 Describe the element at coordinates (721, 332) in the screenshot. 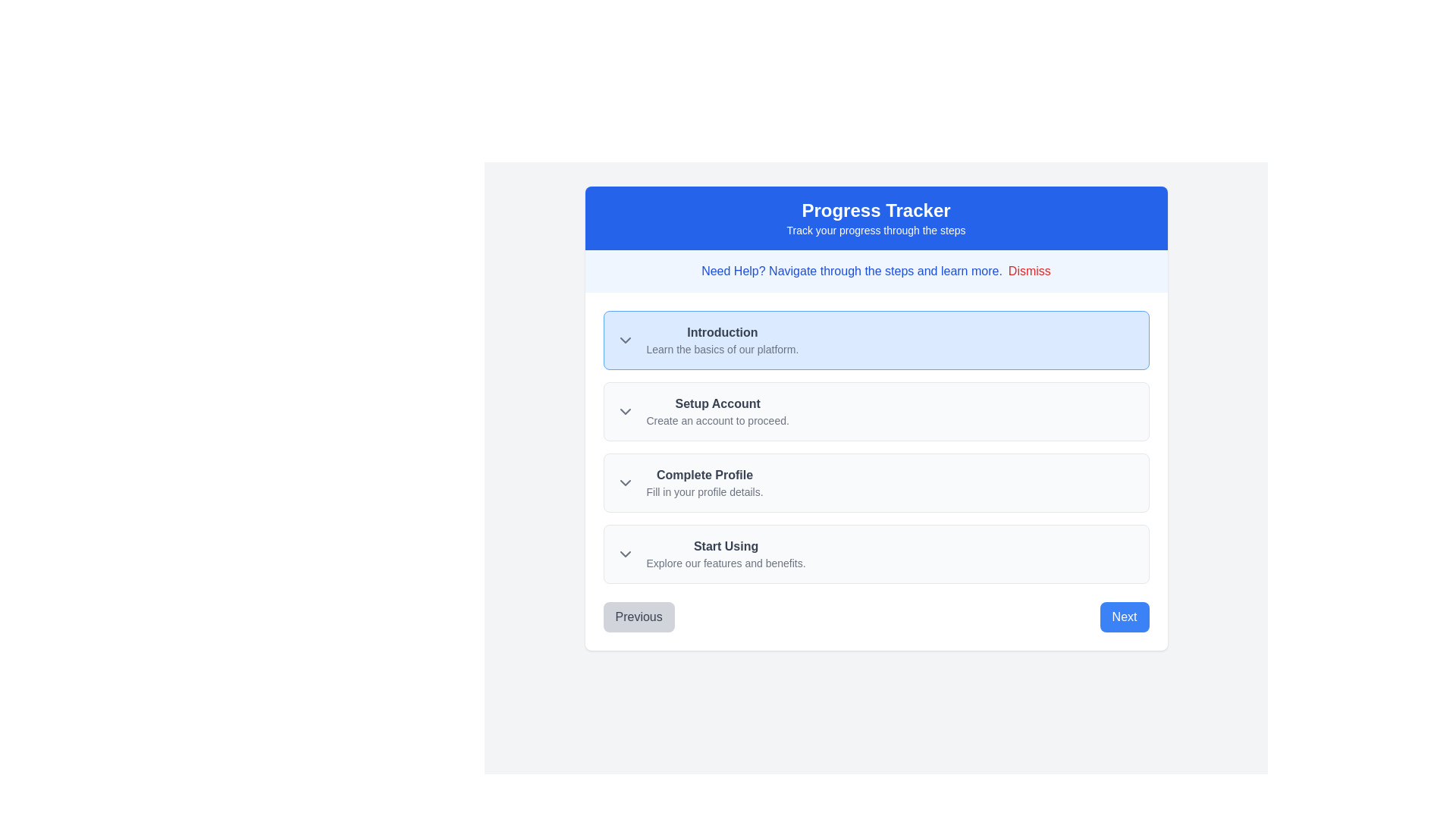

I see `the 'Introduction' label element, which is styled with a bold font and dark gray color against a light blue background, positioned at the top of a vertical list in a 'Progress Tracker' interface` at that location.